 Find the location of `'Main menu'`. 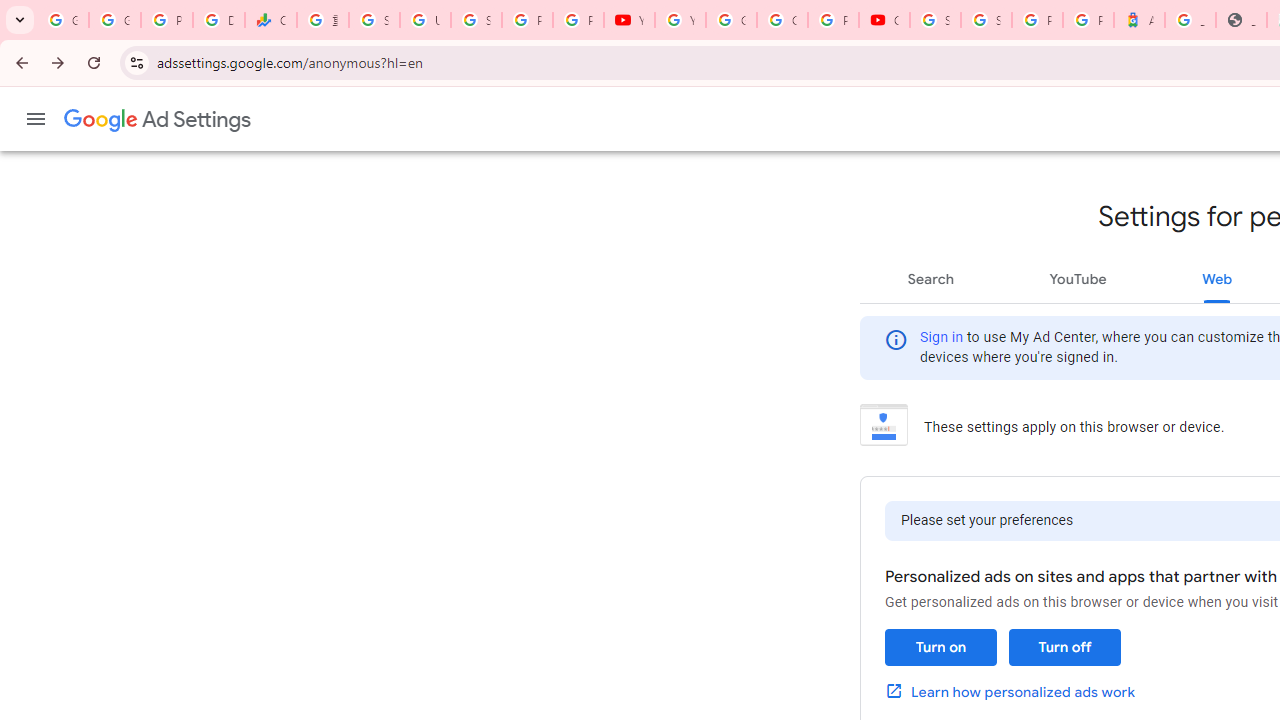

'Main menu' is located at coordinates (35, 119).